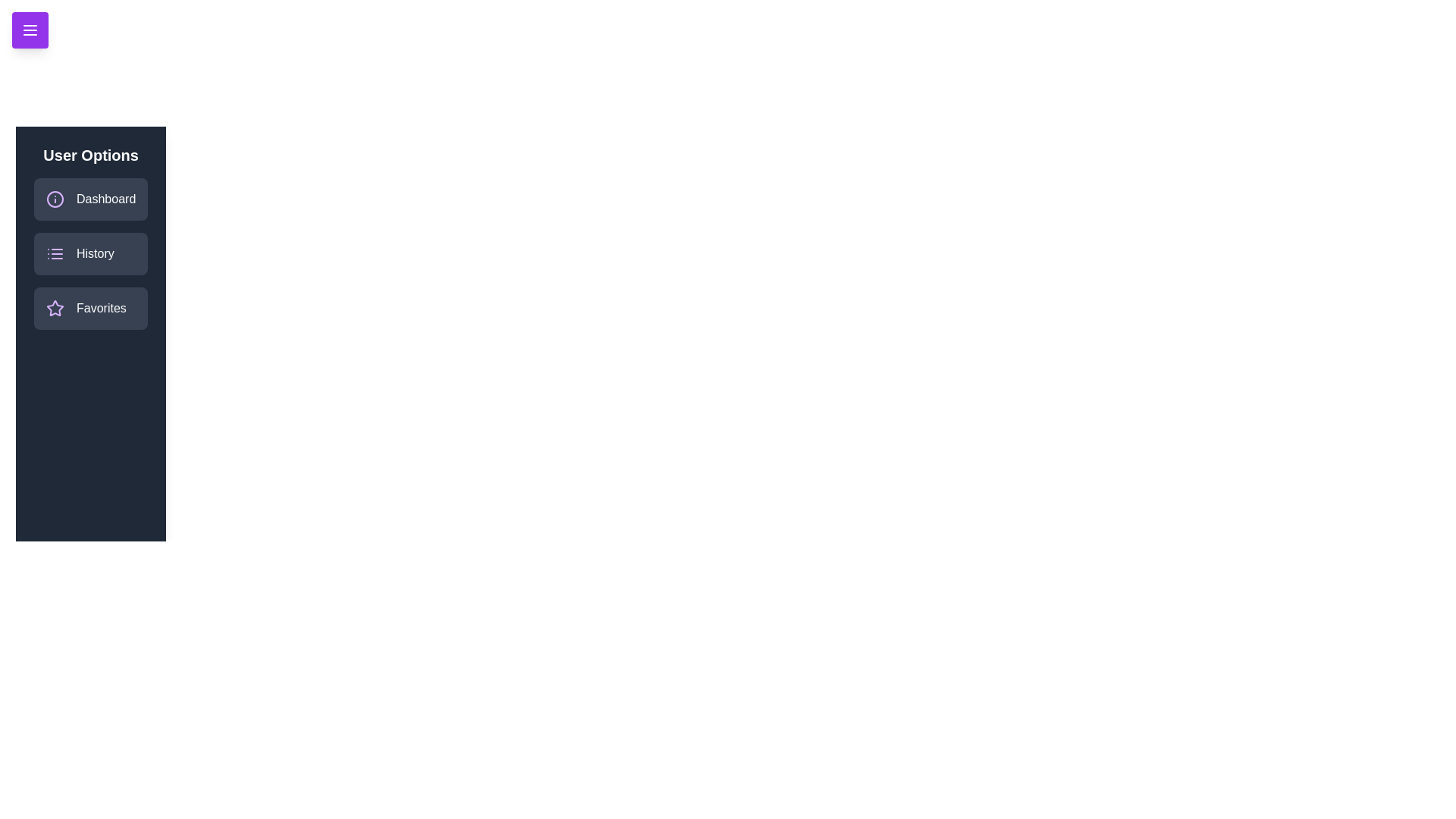 The image size is (1456, 819). What do you see at coordinates (90, 253) in the screenshot?
I see `the 'History' menu option` at bounding box center [90, 253].